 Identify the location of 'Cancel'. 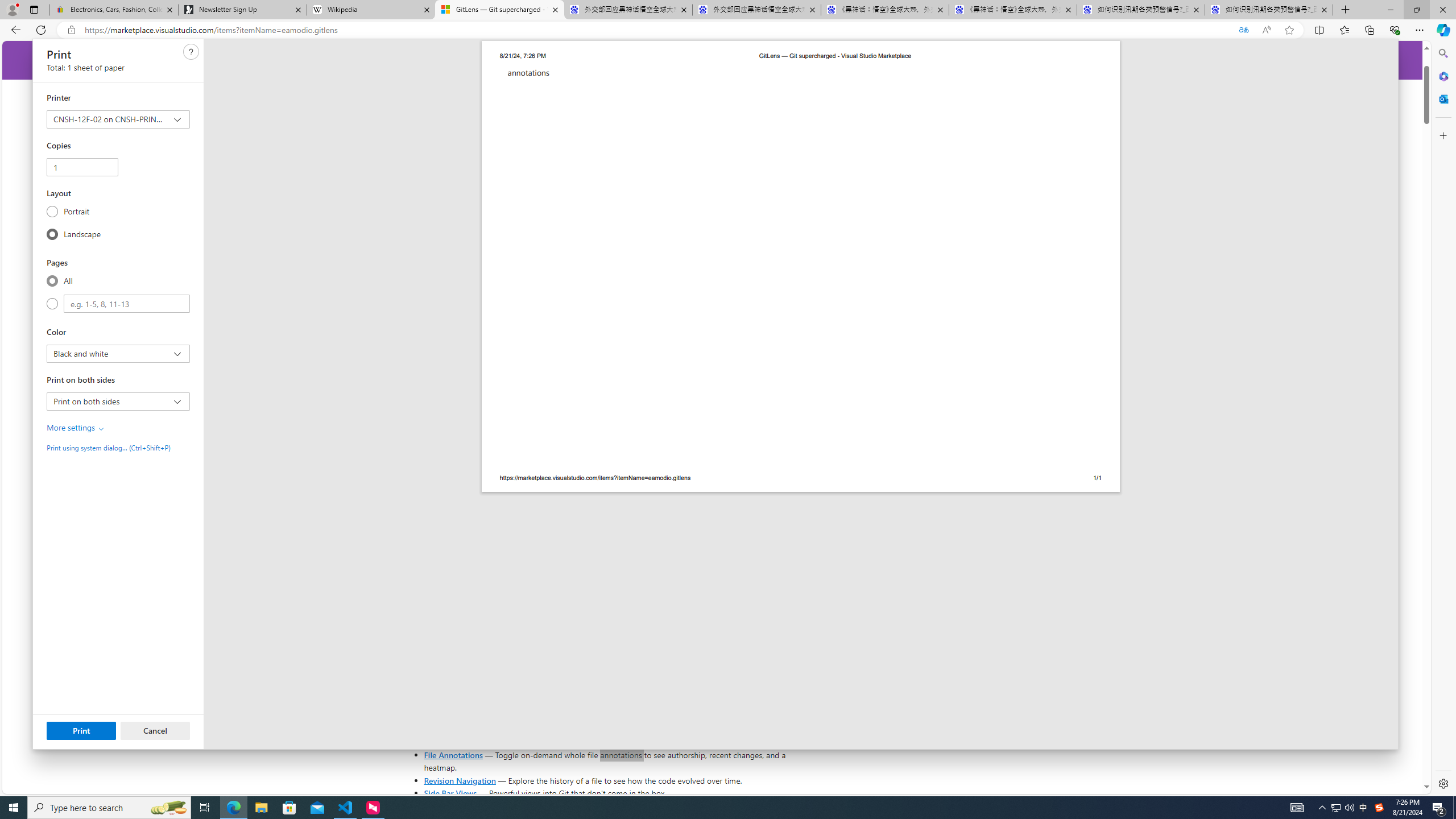
(155, 730).